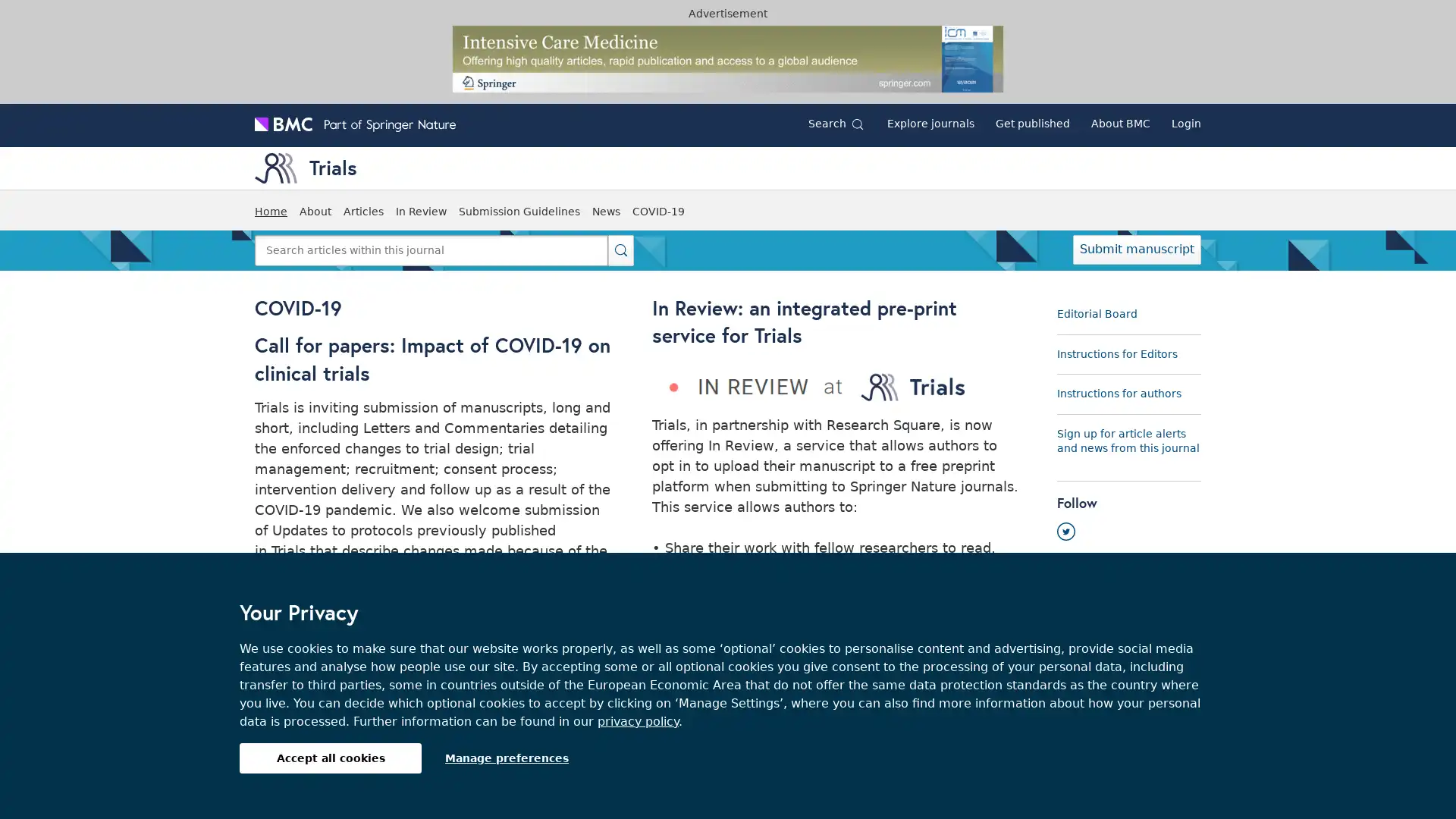  Describe the element at coordinates (507, 758) in the screenshot. I see `Manage preferences` at that location.